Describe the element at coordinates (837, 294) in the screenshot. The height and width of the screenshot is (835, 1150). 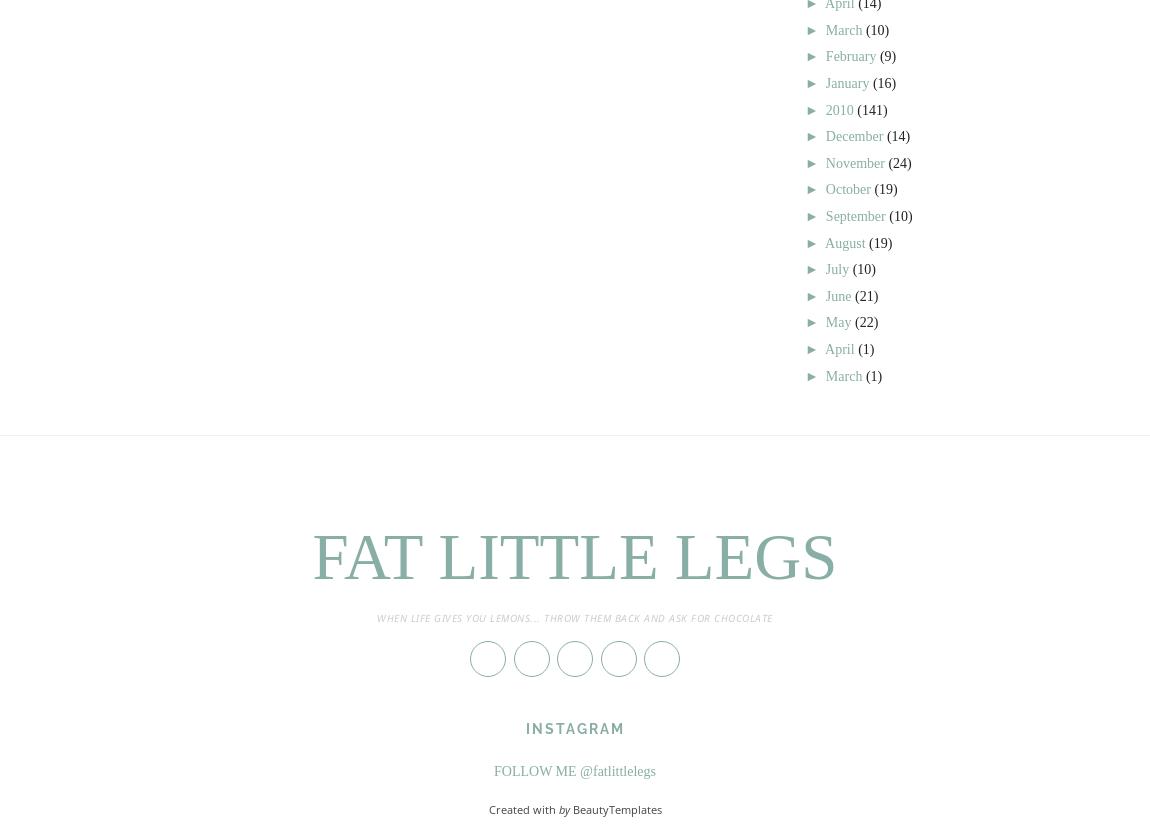
I see `'June'` at that location.